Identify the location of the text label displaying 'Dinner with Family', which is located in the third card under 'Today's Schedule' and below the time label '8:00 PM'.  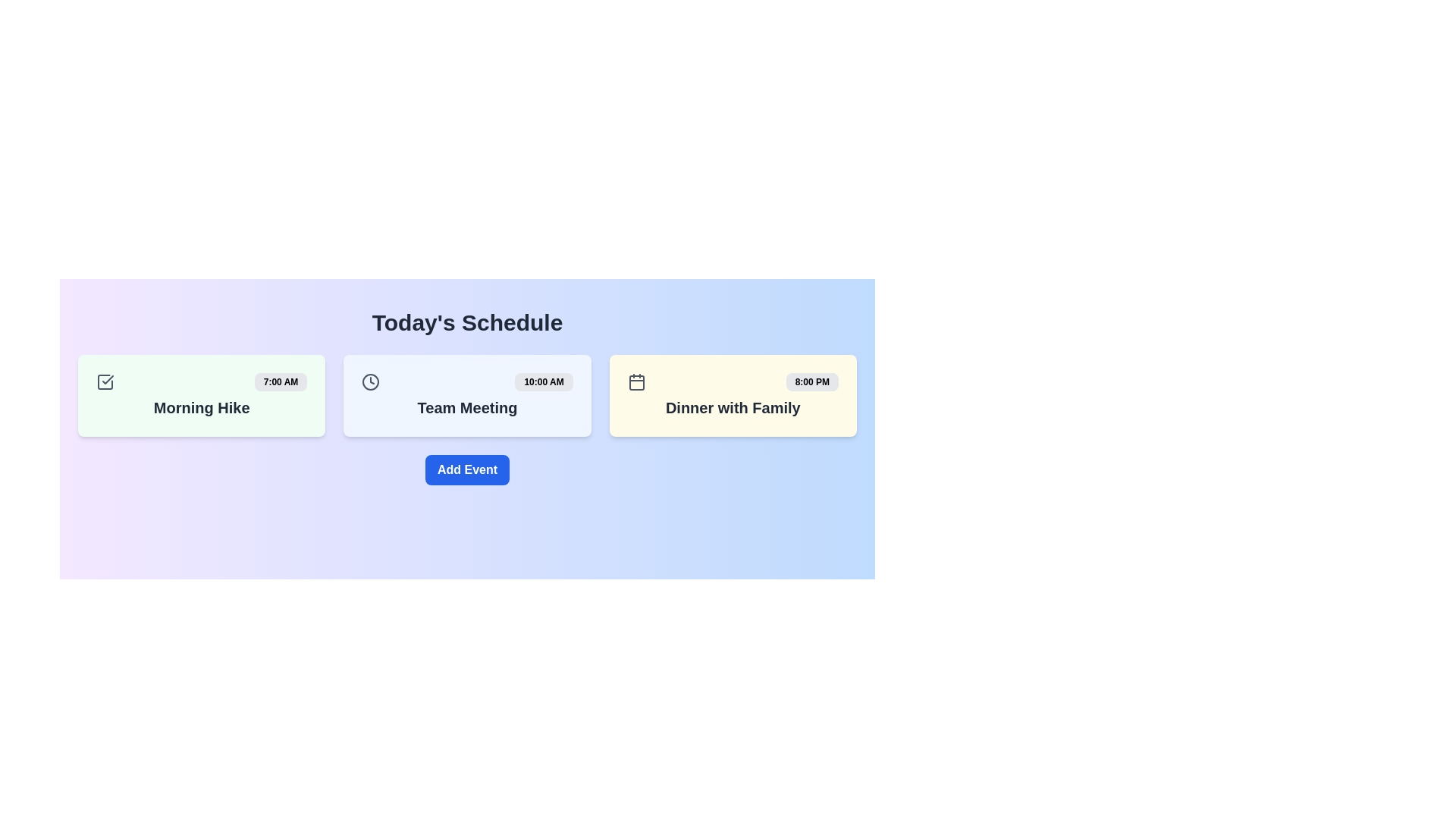
(733, 406).